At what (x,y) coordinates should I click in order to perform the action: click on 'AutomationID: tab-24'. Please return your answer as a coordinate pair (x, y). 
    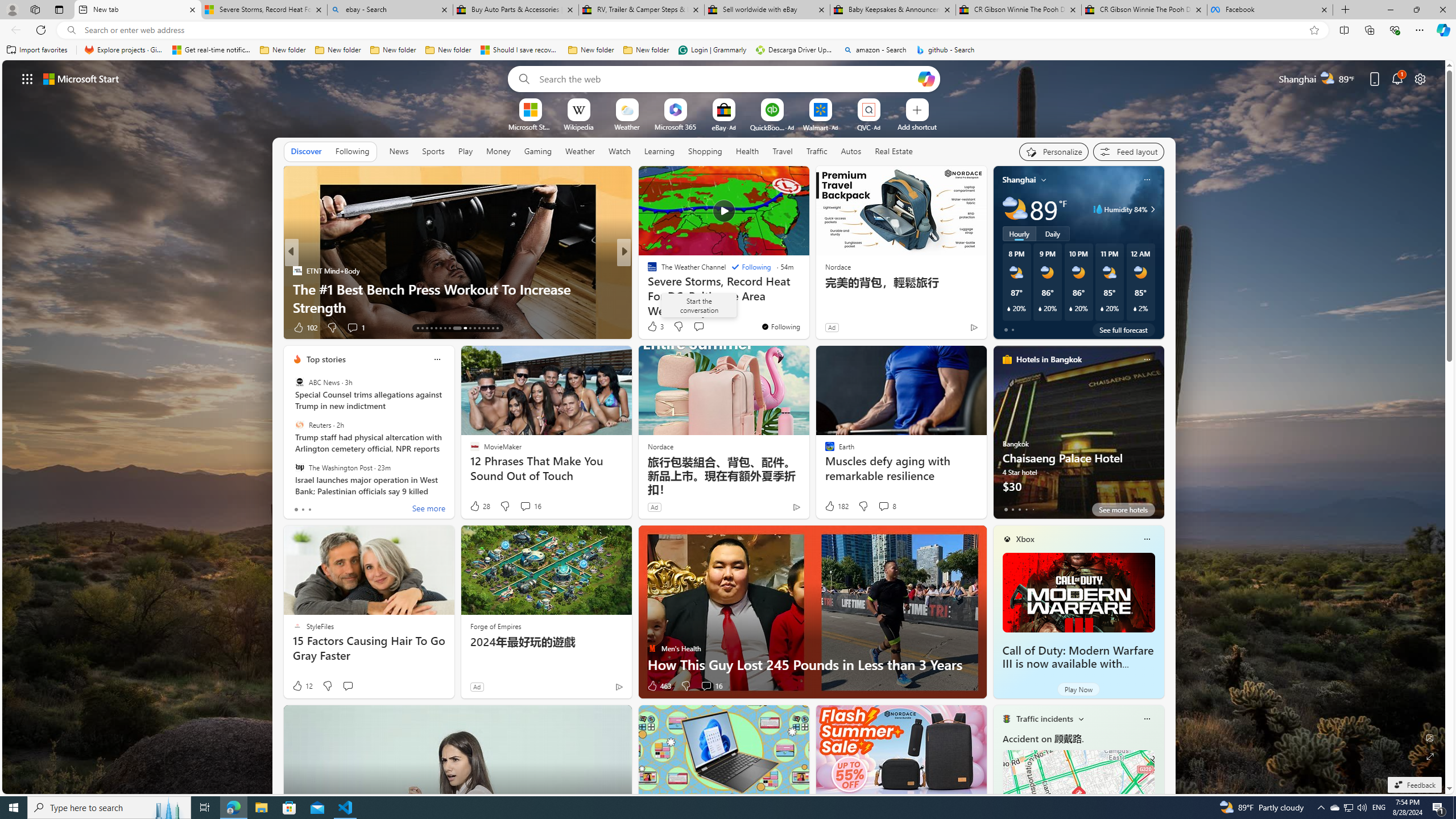
    Looking at the image, I should click on (474, 328).